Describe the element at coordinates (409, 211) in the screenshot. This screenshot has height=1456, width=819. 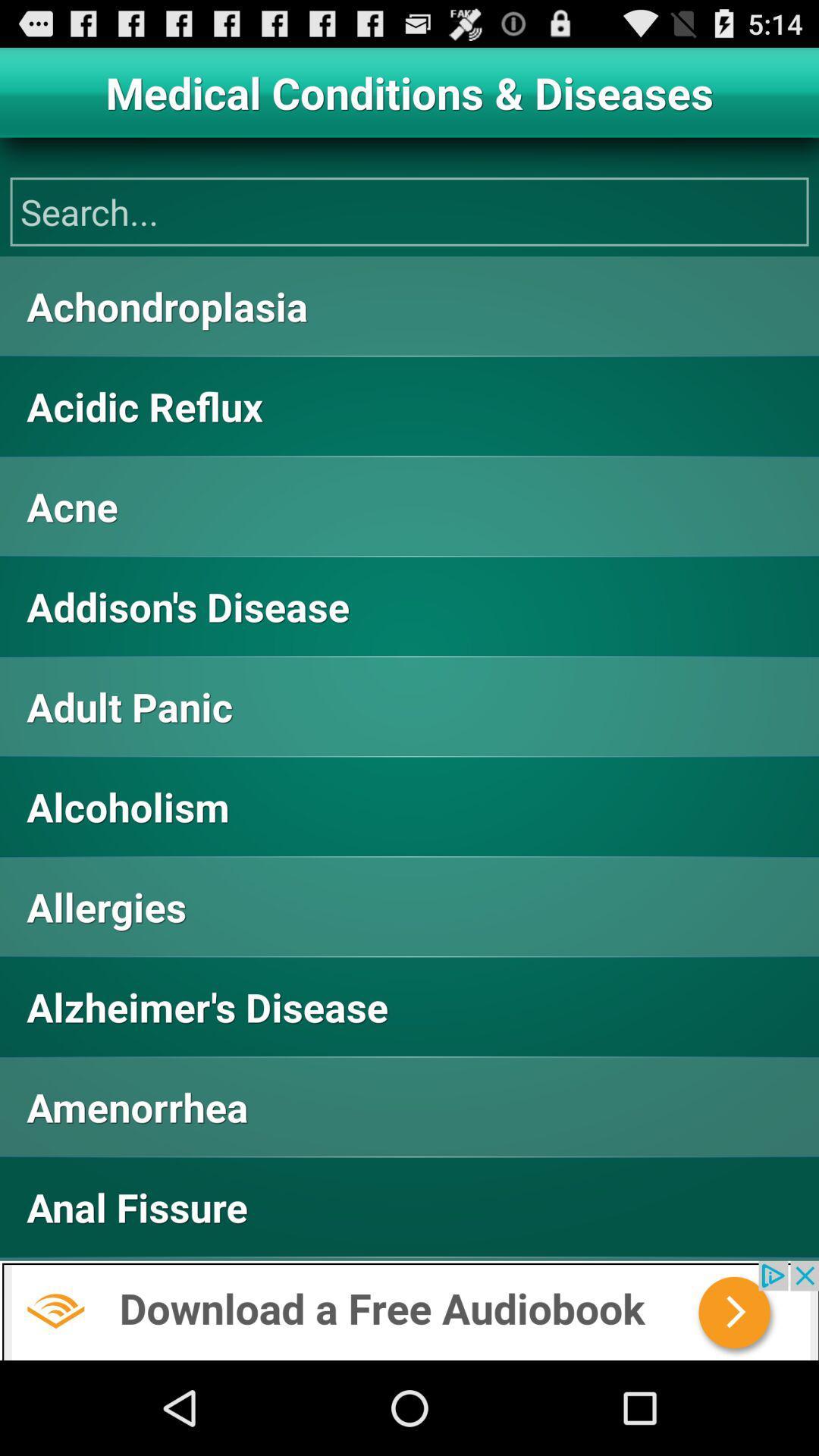
I see `search bar` at that location.